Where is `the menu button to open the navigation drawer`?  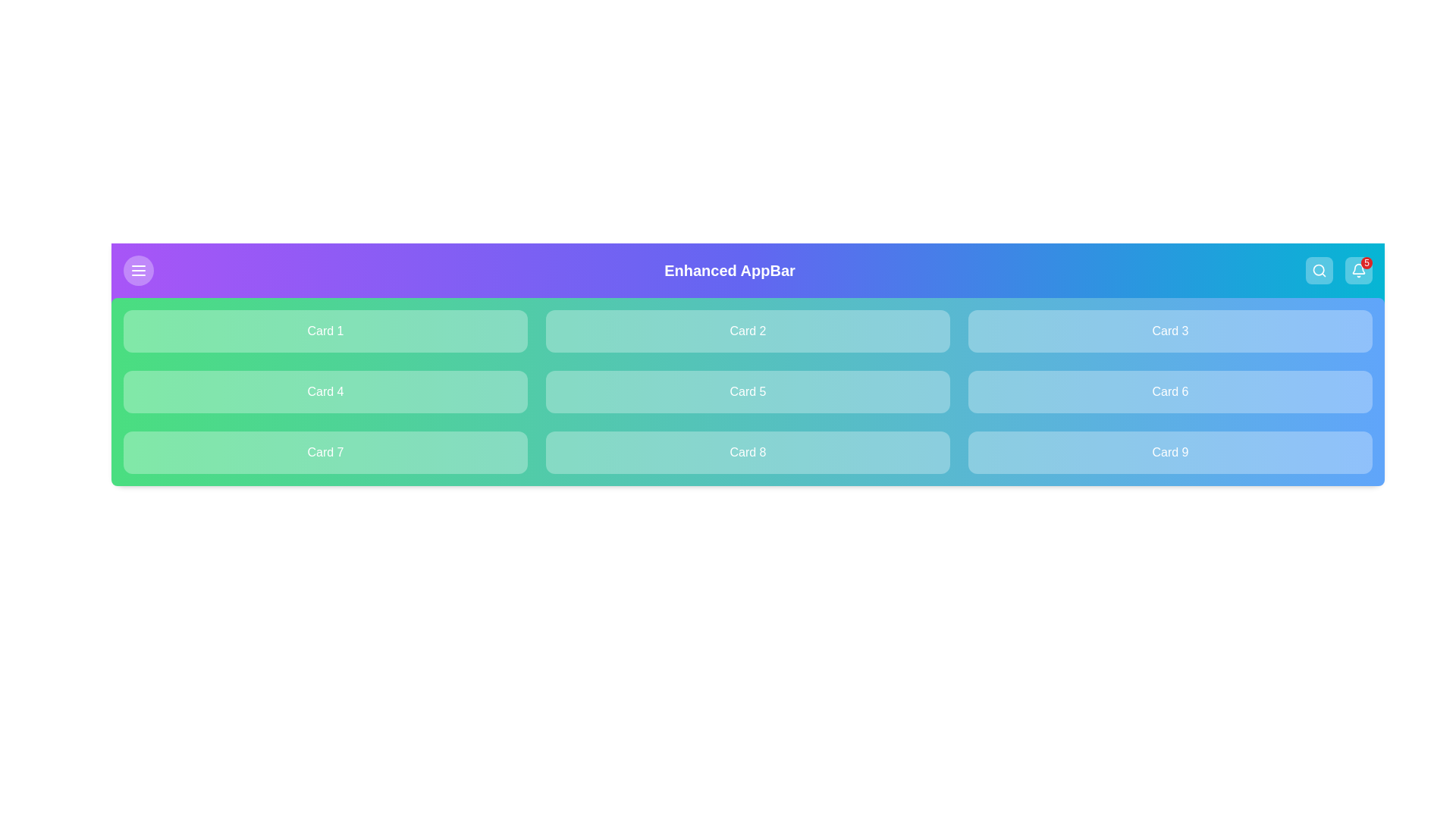 the menu button to open the navigation drawer is located at coordinates (138, 270).